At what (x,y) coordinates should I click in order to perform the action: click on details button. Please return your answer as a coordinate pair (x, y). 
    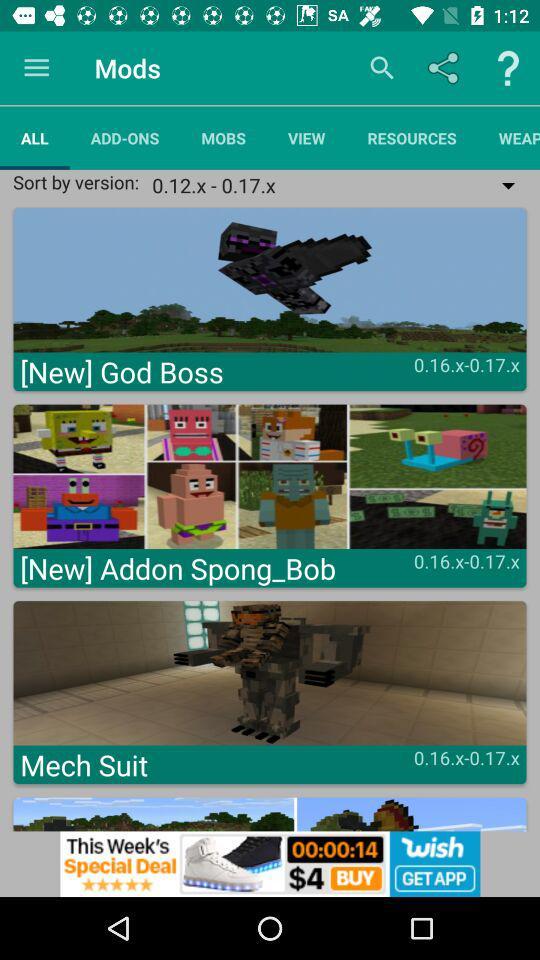
    Looking at the image, I should click on (508, 68).